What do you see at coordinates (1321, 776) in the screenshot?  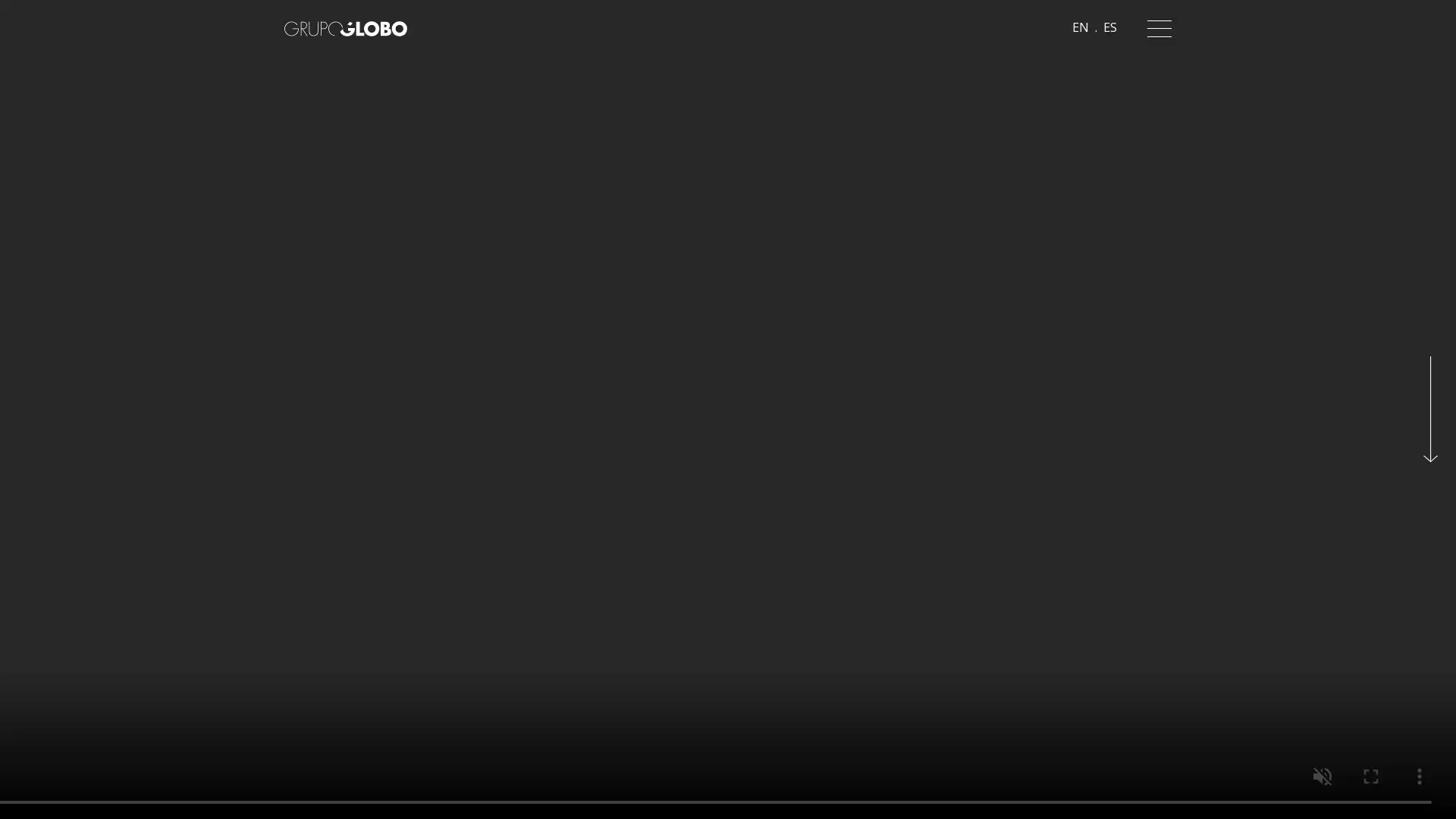 I see `unmute` at bounding box center [1321, 776].